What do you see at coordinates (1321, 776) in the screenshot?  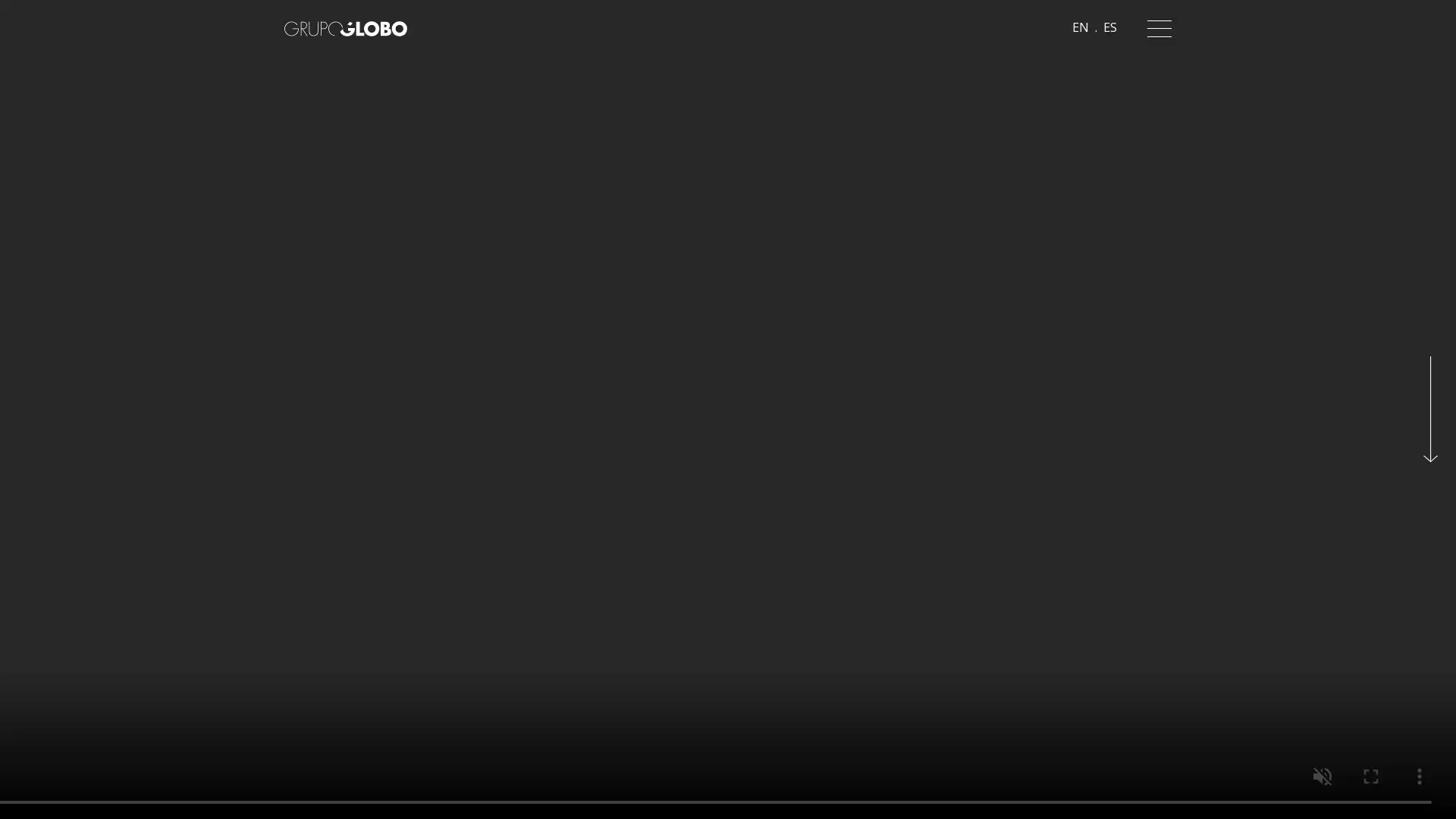 I see `unmute` at bounding box center [1321, 776].